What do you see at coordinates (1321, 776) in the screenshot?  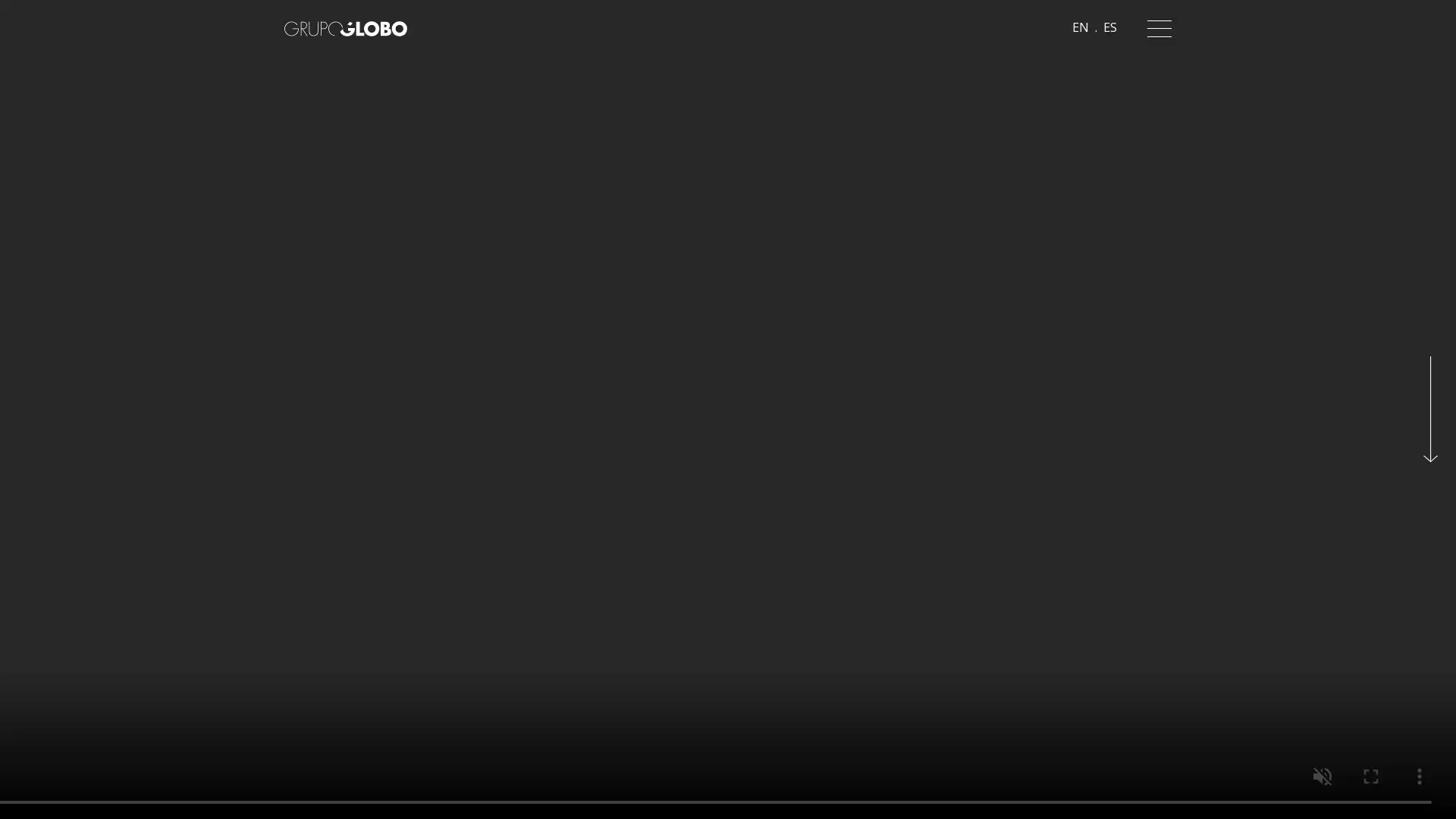 I see `unmute` at bounding box center [1321, 776].